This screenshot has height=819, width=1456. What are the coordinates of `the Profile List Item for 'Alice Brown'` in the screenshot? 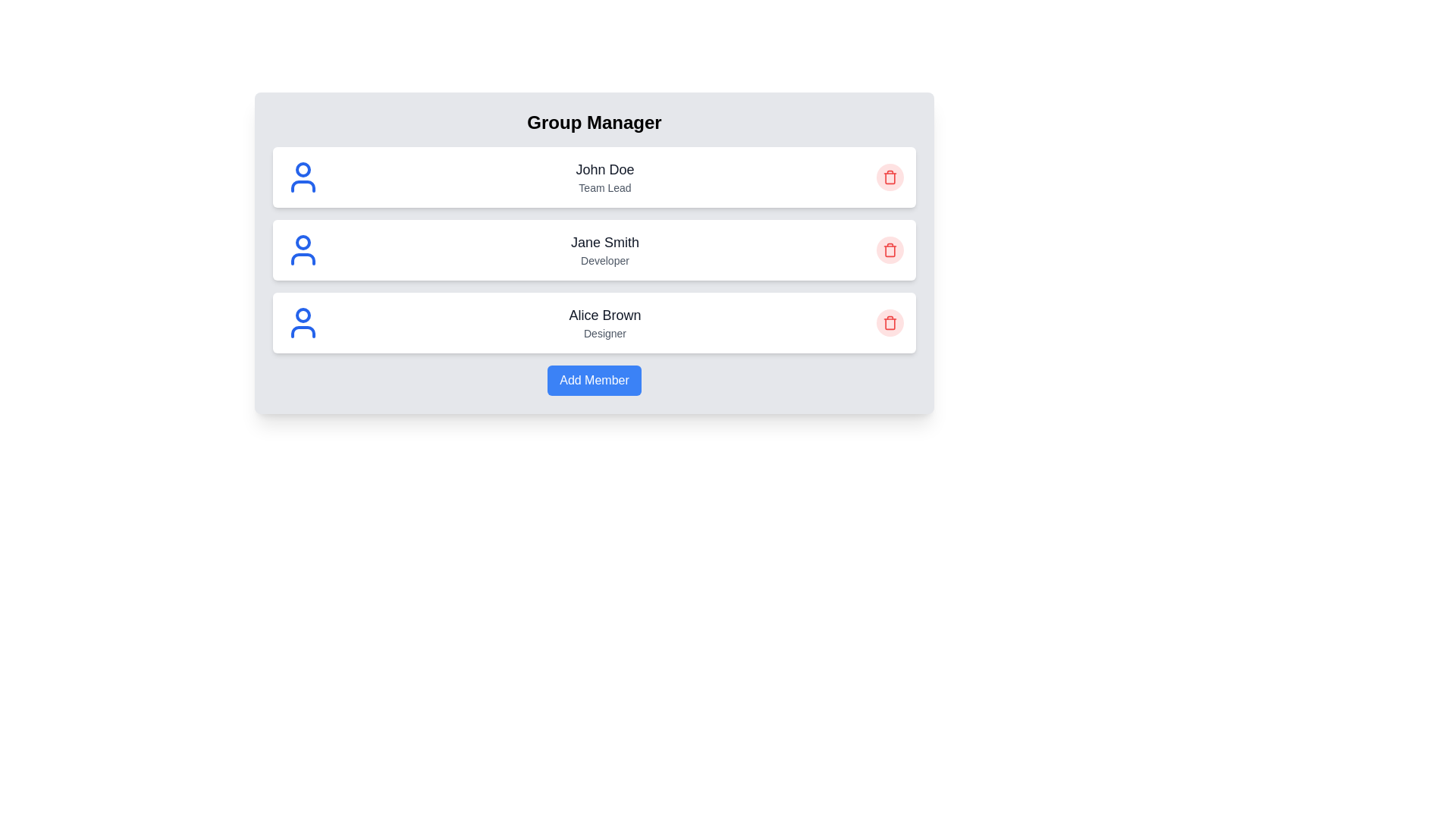 It's located at (593, 322).